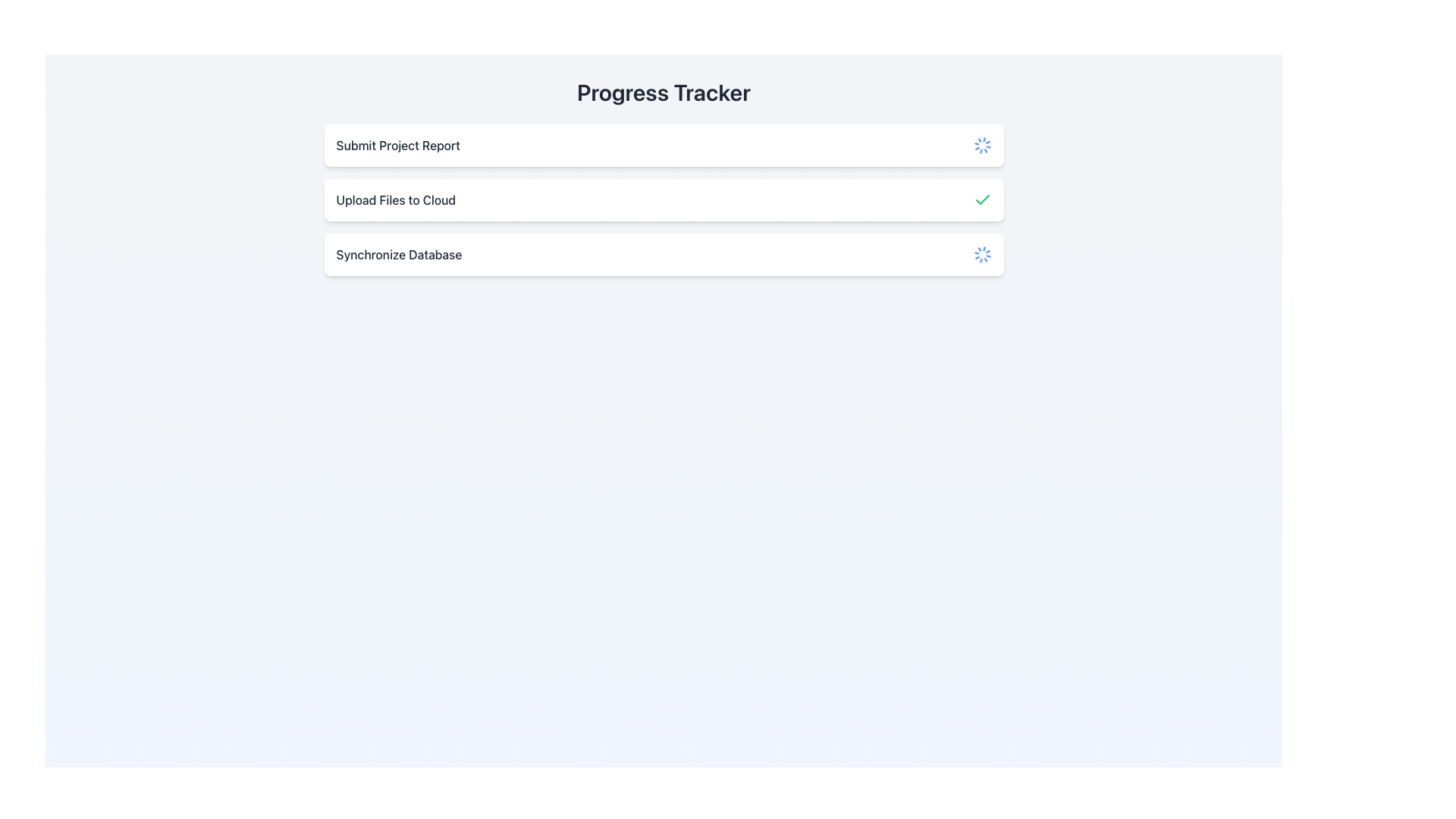 The width and height of the screenshot is (1456, 819). What do you see at coordinates (982, 253) in the screenshot?
I see `the Loader icon that indicates the loading process for the 'Synchronize Database' action, located on the far right of the bottom-most row` at bounding box center [982, 253].